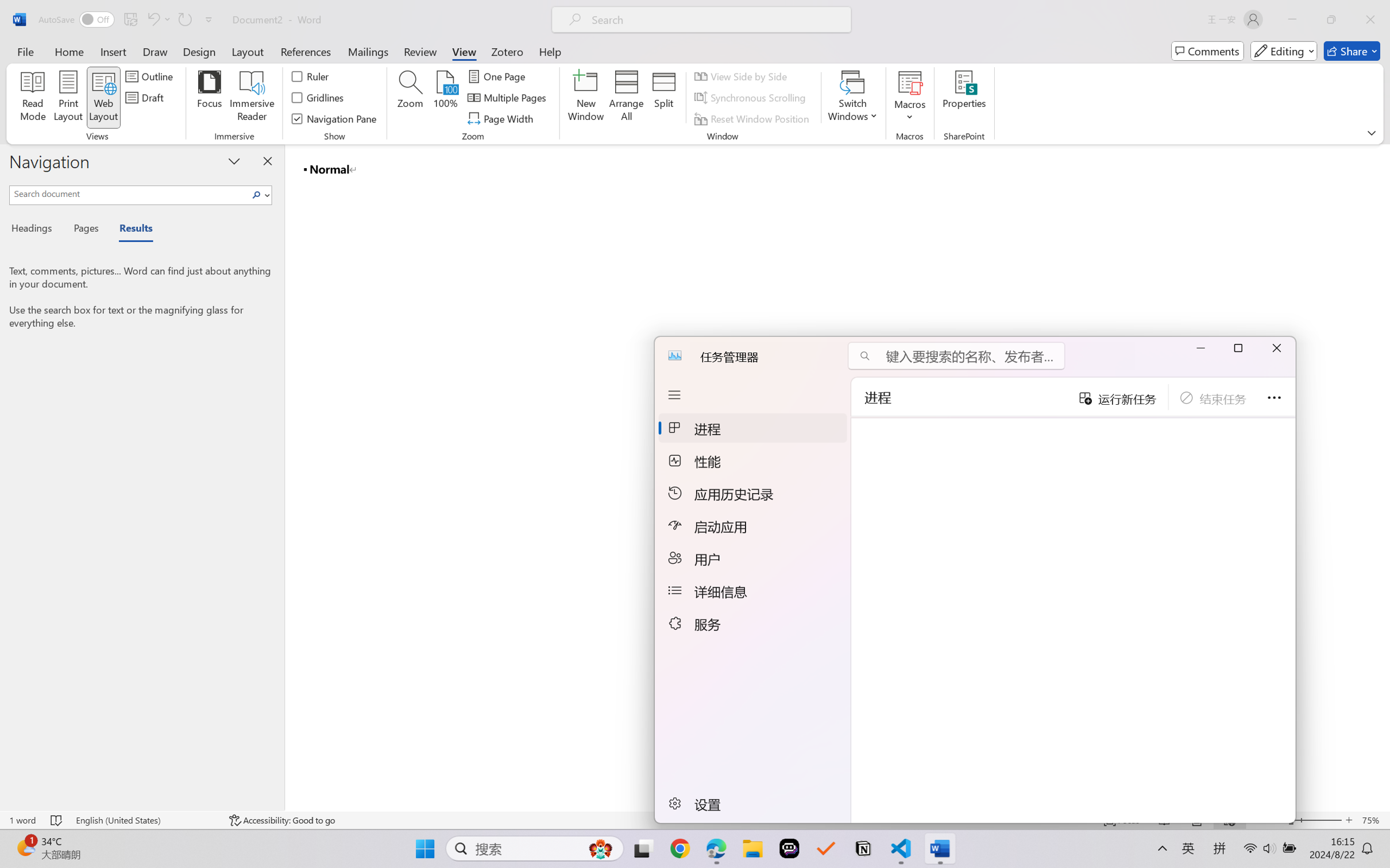 Image resolution: width=1390 pixels, height=868 pixels. I want to click on 'Spelling and Grammar Check No Errors', so click(56, 820).